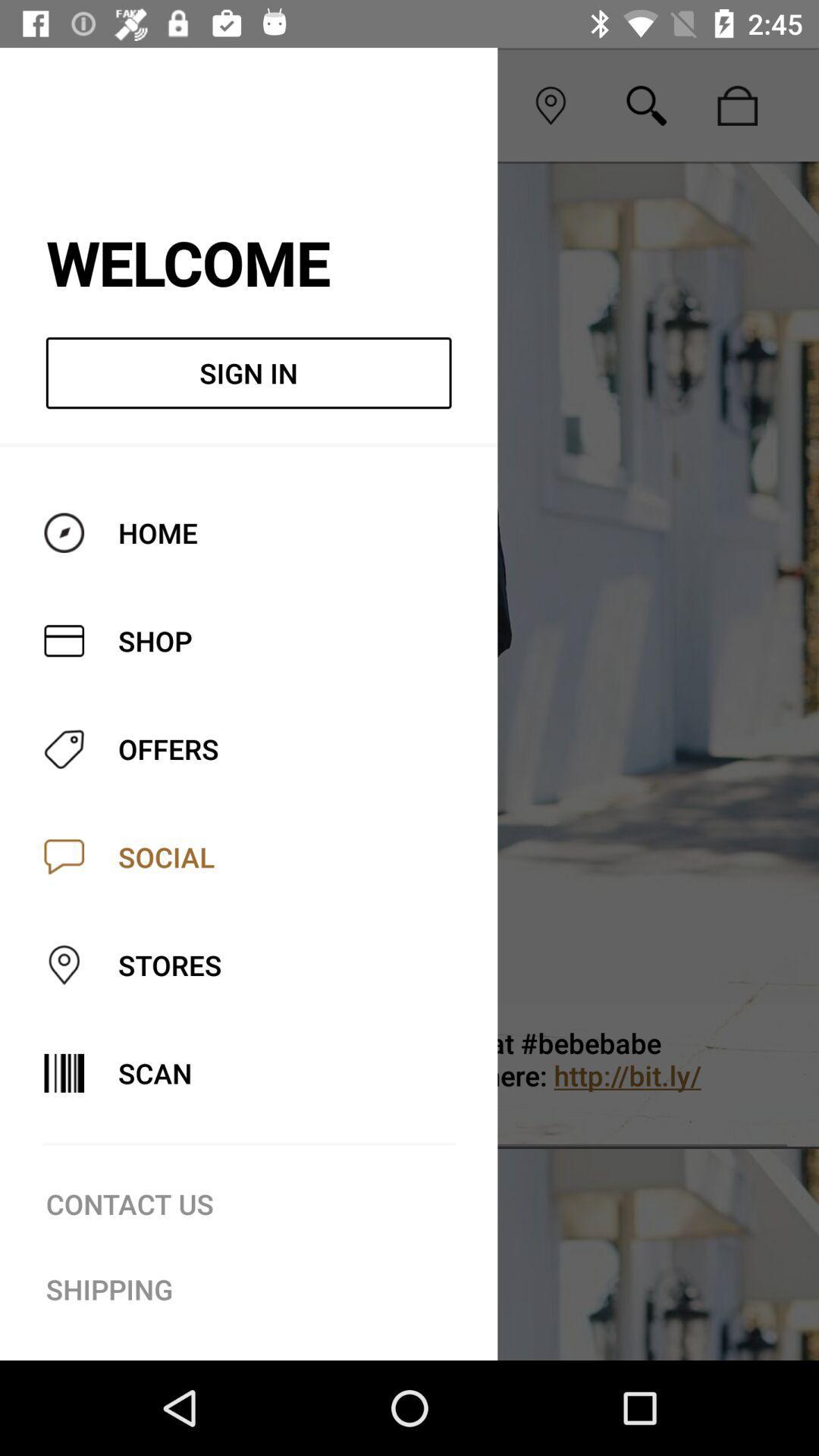 This screenshot has height=1456, width=819. What do you see at coordinates (248, 373) in the screenshot?
I see `icon below the welcome icon` at bounding box center [248, 373].